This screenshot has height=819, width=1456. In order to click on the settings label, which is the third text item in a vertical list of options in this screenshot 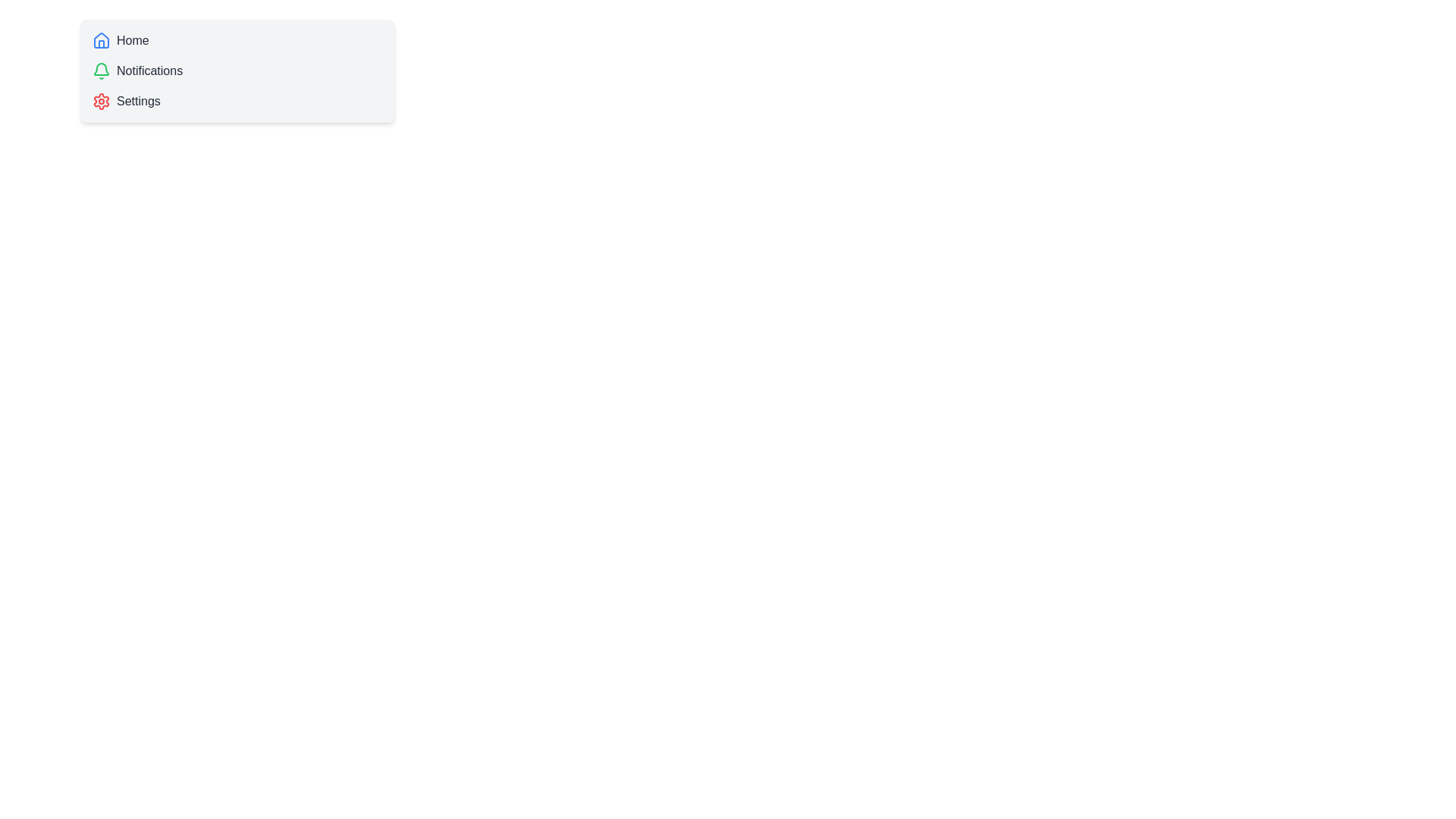, I will do `click(138, 102)`.